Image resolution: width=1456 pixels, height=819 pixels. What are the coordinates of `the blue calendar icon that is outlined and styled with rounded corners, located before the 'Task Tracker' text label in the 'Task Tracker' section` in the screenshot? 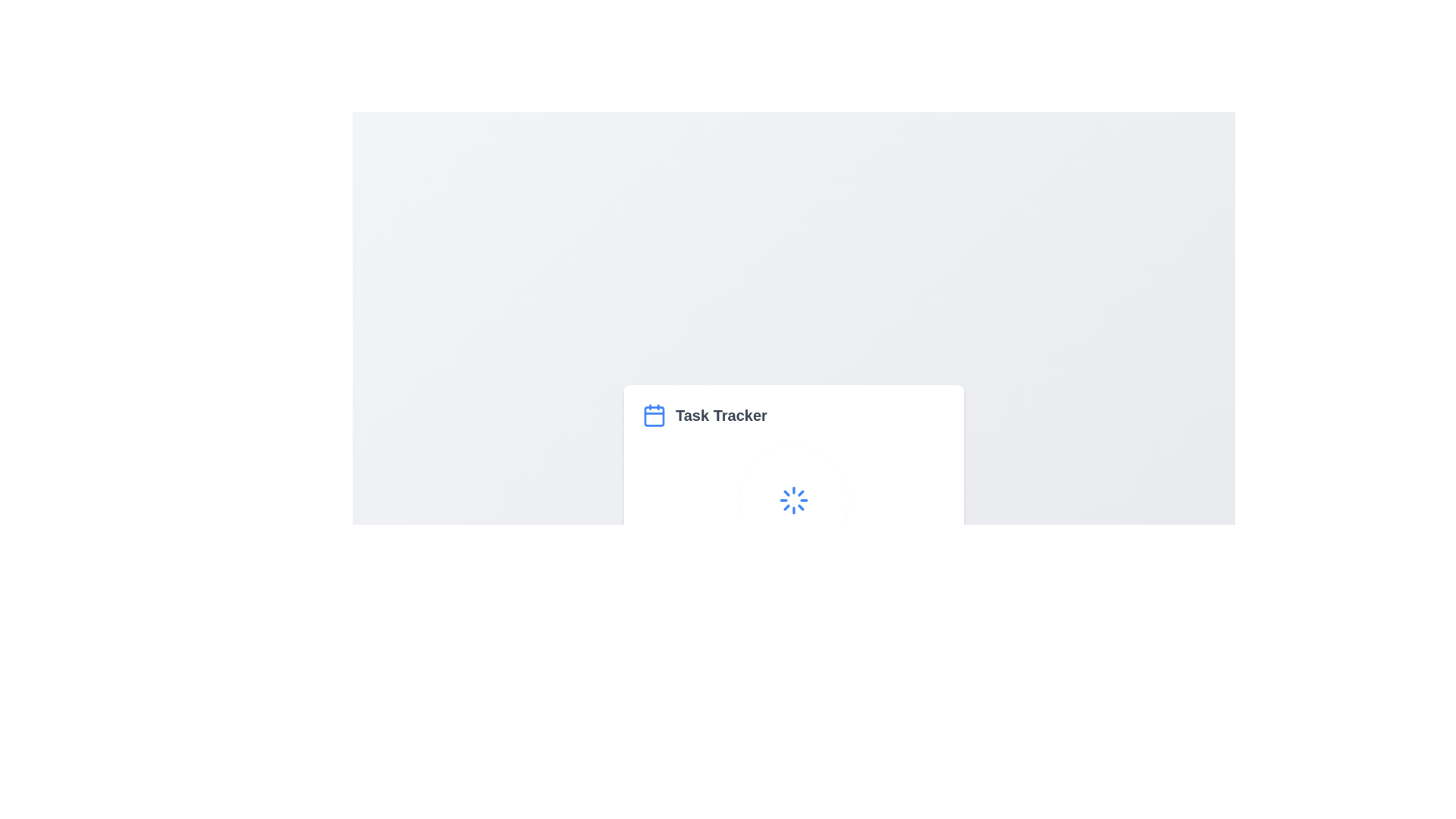 It's located at (654, 415).